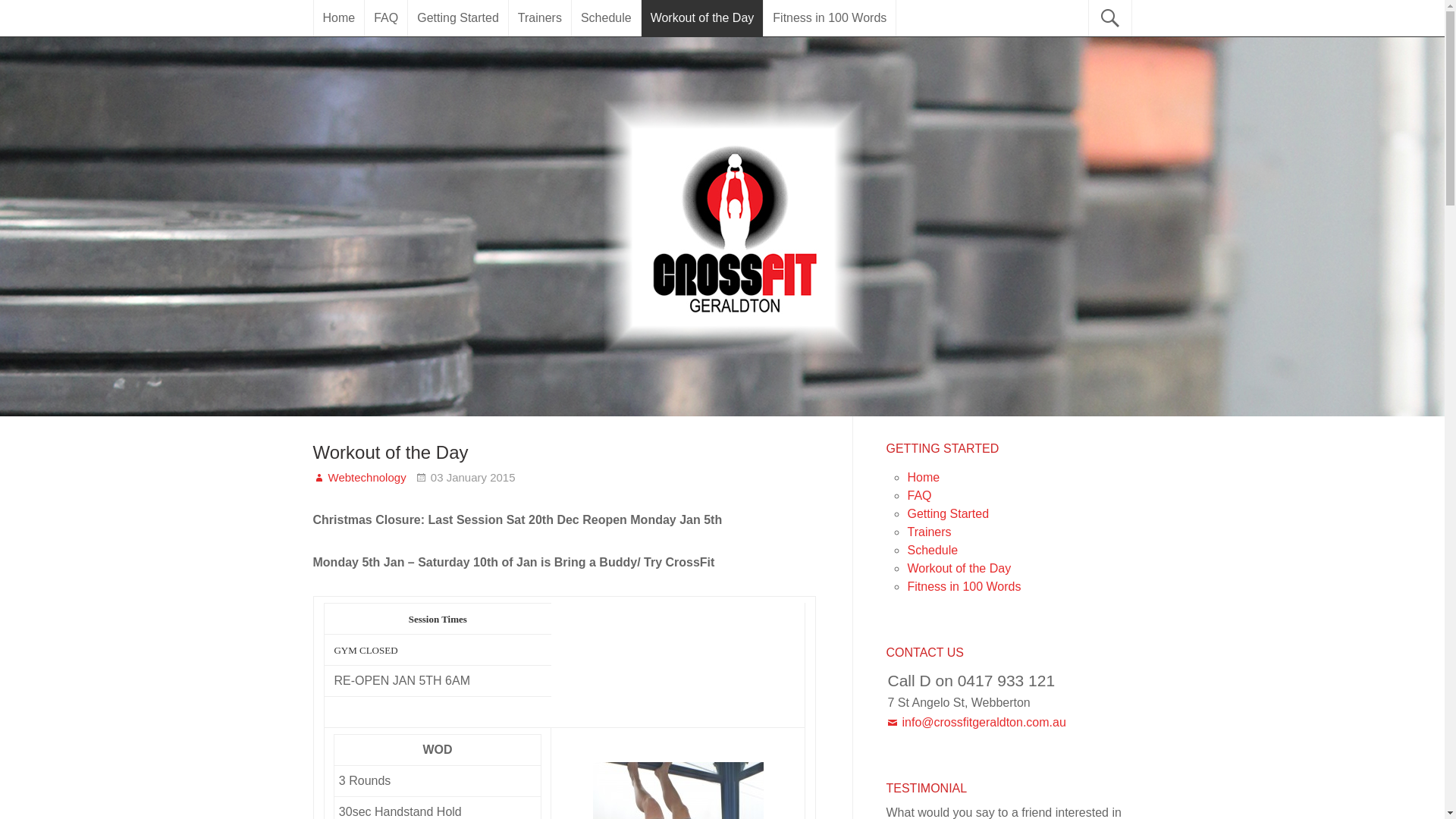 The height and width of the screenshot is (819, 1456). Describe the element at coordinates (975, 721) in the screenshot. I see `'info@crossfitgeraldton.com.au'` at that location.